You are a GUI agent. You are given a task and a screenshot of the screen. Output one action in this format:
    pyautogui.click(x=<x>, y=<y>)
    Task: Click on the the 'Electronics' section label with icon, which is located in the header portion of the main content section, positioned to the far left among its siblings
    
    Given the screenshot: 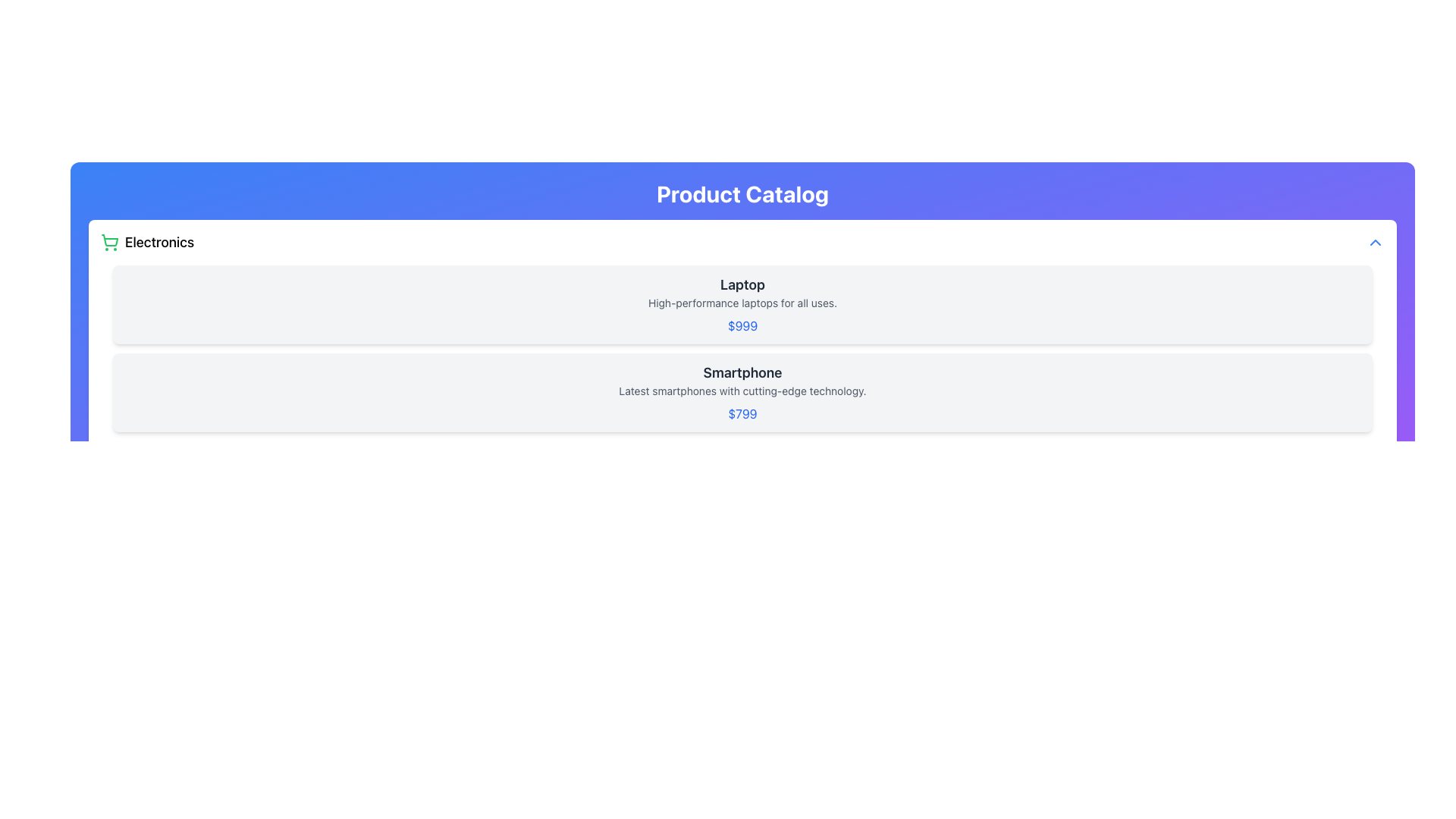 What is the action you would take?
    pyautogui.click(x=147, y=242)
    